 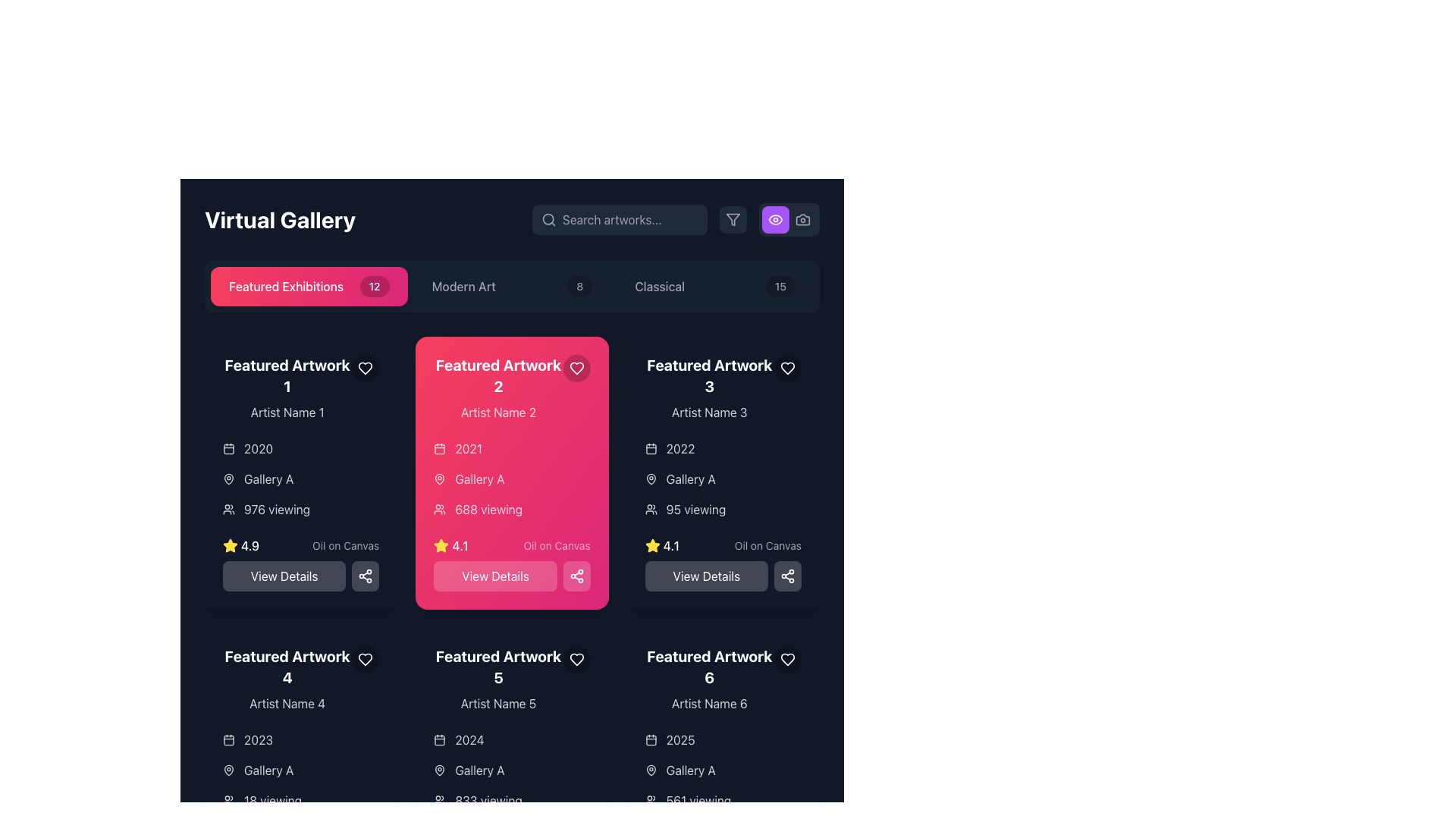 I want to click on the favorite button located in the upper-right corner of the 'Featured Artwork 1' section, so click(x=366, y=369).